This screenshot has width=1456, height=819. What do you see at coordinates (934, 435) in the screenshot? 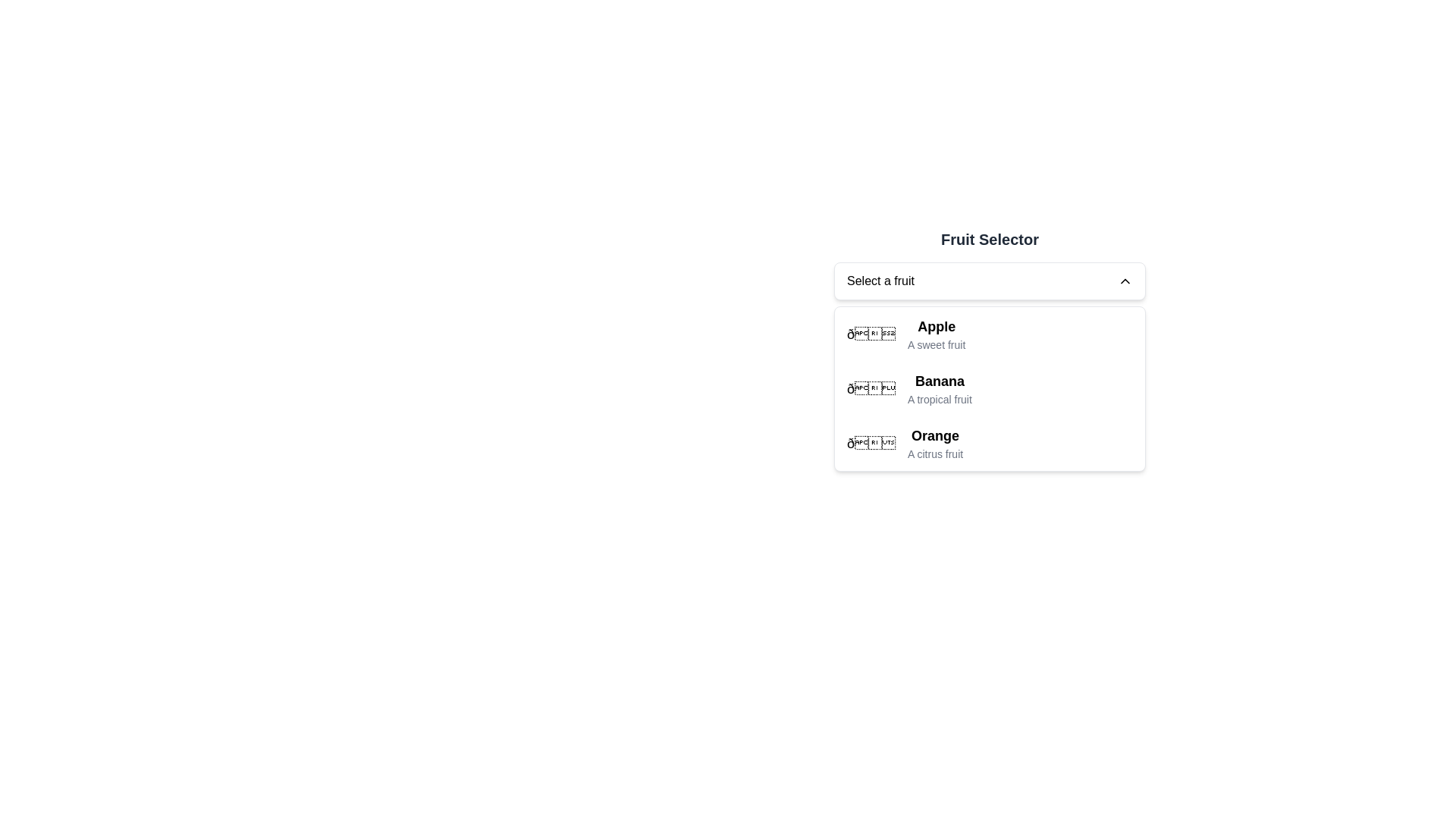
I see `the bold text label for the fruit 'Orange' in the dropdown menu, which is located beneath 'Banana' and above the descriptive text 'A citrus fruit'` at bounding box center [934, 435].